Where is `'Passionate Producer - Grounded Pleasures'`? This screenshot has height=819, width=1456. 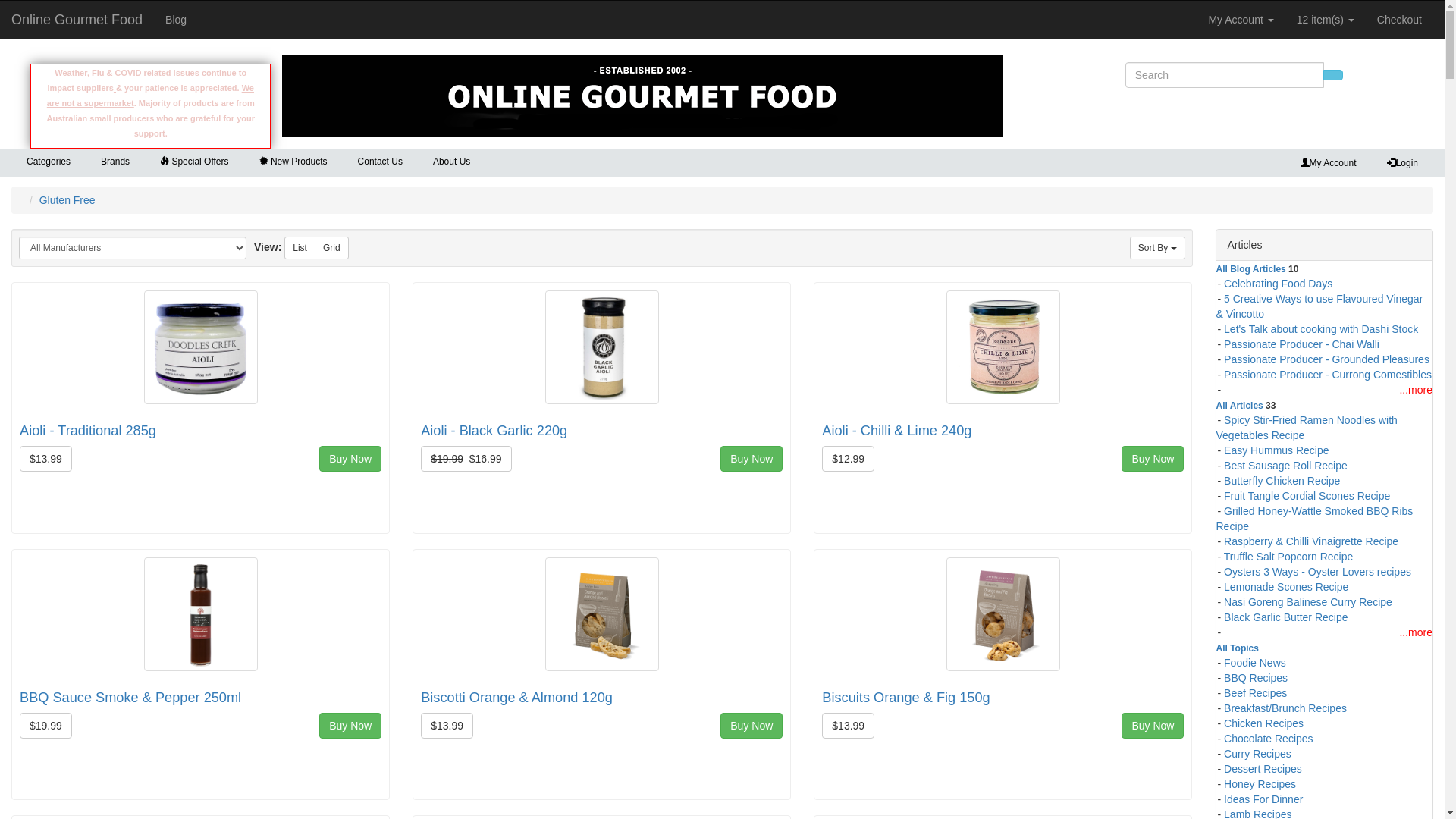
'Passionate Producer - Grounded Pleasures' is located at coordinates (1326, 357).